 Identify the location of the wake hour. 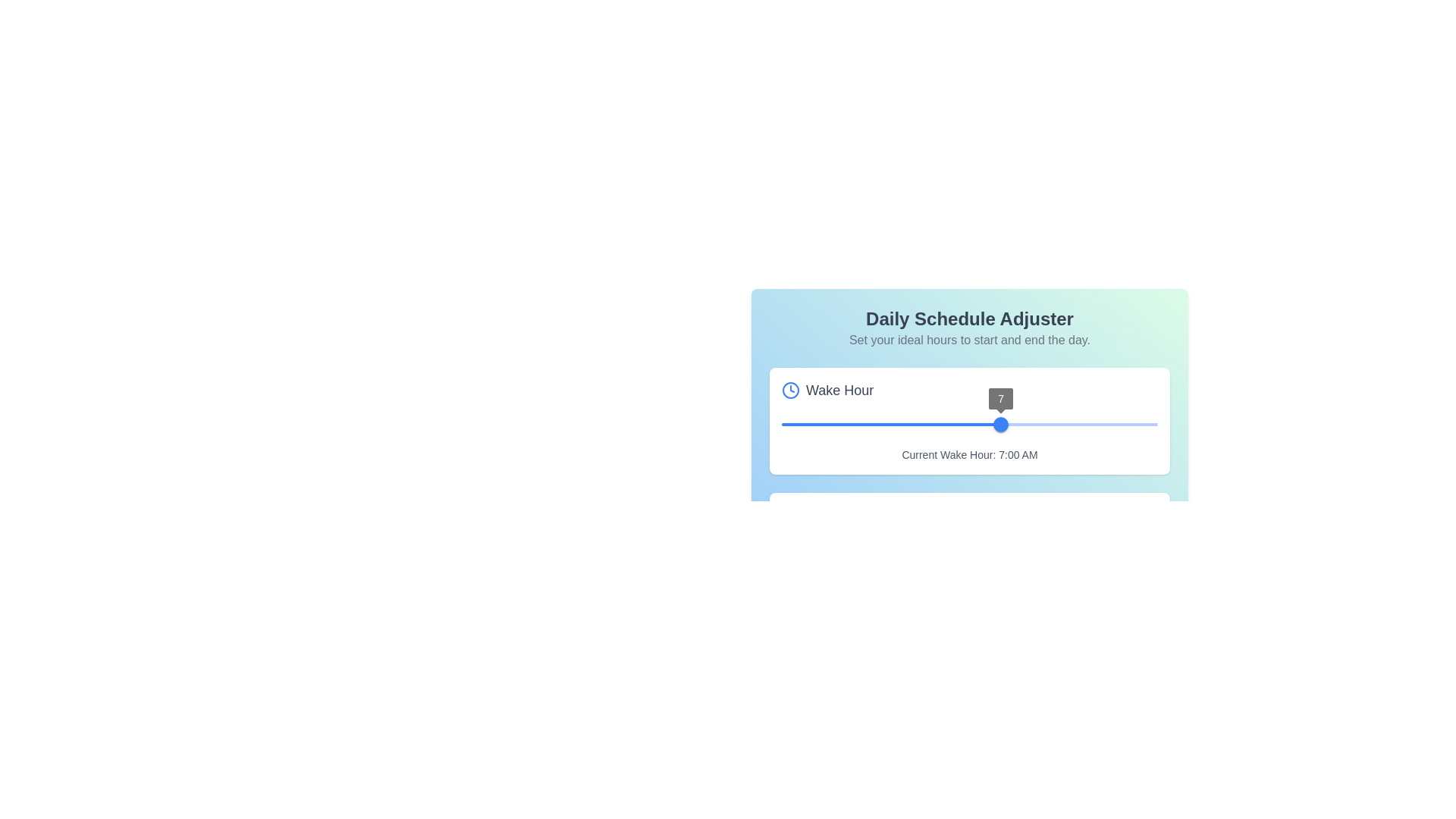
(937, 550).